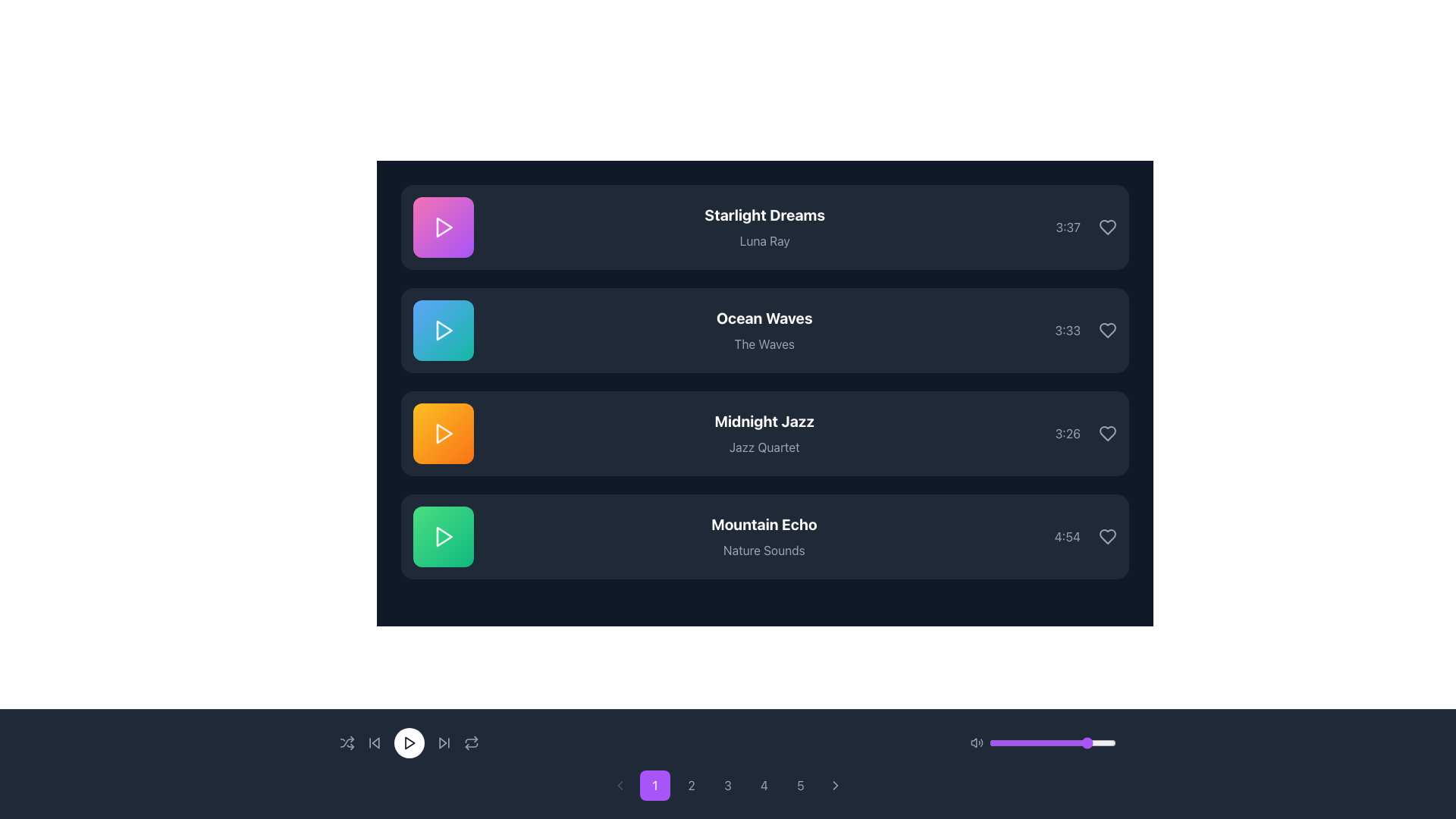 The image size is (1456, 819). I want to click on the 'Play' icon button for the 'Ocean Waves' audio track, which is located in the second item of the vertical list of song entries, so click(443, 329).